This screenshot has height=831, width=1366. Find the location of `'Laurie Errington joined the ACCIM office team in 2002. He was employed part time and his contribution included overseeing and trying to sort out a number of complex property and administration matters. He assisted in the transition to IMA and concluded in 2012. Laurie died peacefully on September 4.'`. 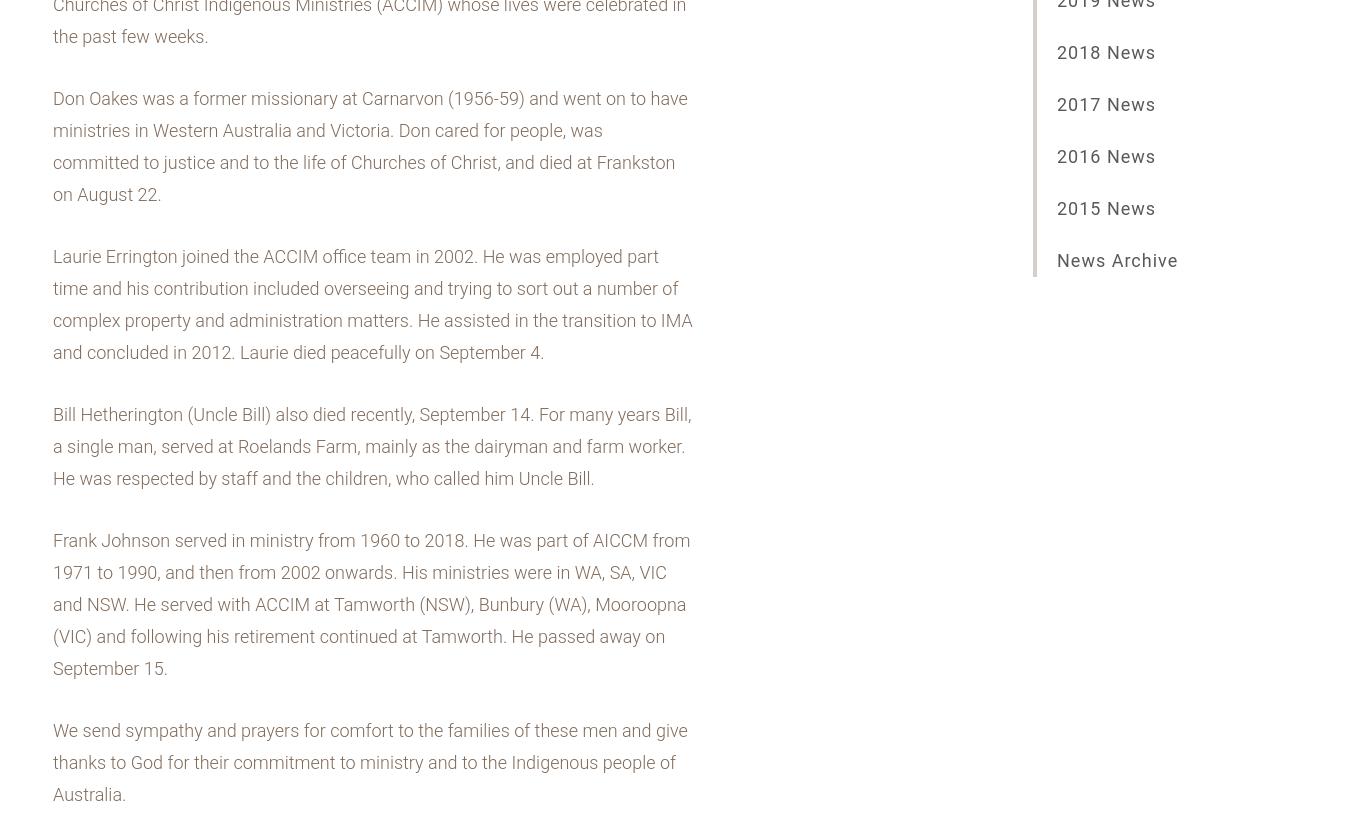

'Laurie Errington joined the ACCIM office team in 2002. He was employed part time and his contribution included overseeing and trying to sort out a number of complex property and administration matters. He assisted in the transition to IMA and concluded in 2012. Laurie died peacefully on September 4.' is located at coordinates (371, 304).